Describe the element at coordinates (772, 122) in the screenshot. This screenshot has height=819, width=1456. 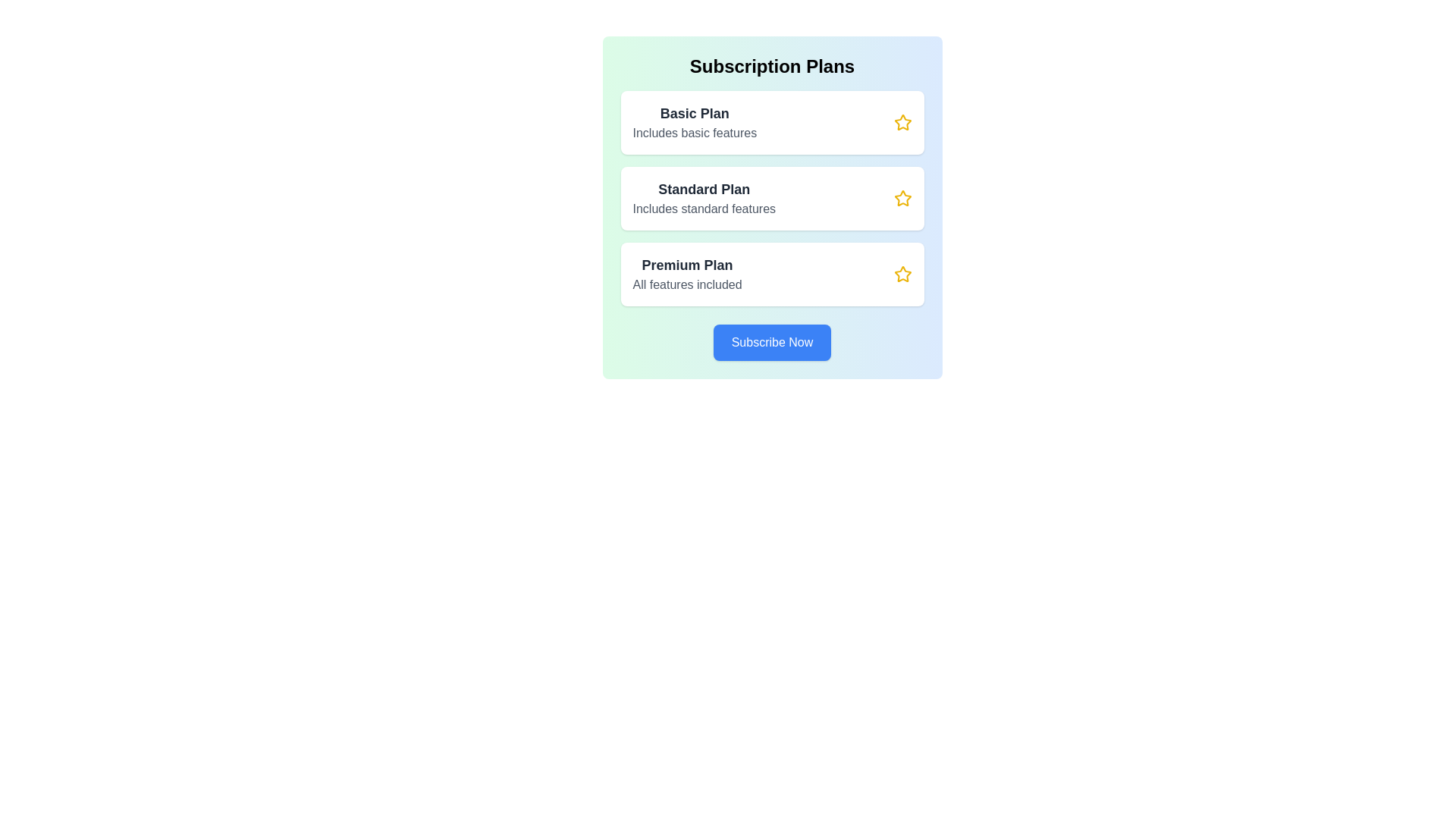
I see `the Basic Plan plan to see its hover effects` at that location.